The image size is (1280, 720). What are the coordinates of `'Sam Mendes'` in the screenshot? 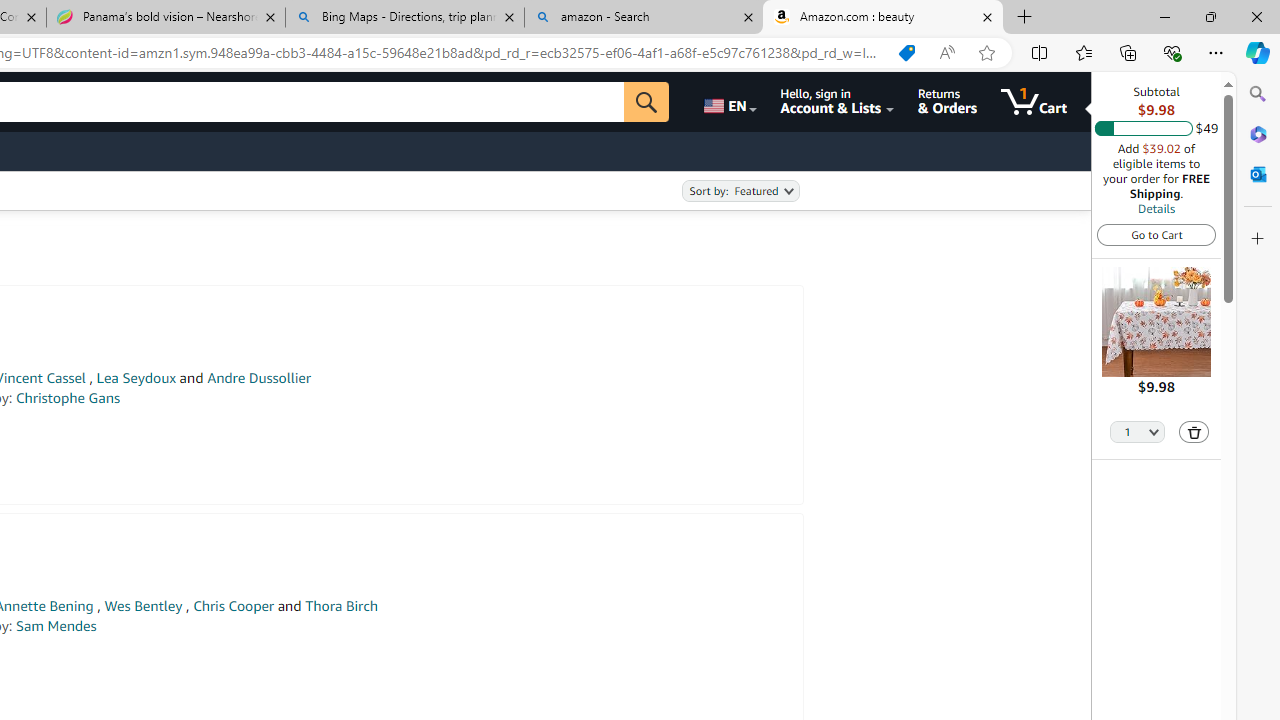 It's located at (56, 625).